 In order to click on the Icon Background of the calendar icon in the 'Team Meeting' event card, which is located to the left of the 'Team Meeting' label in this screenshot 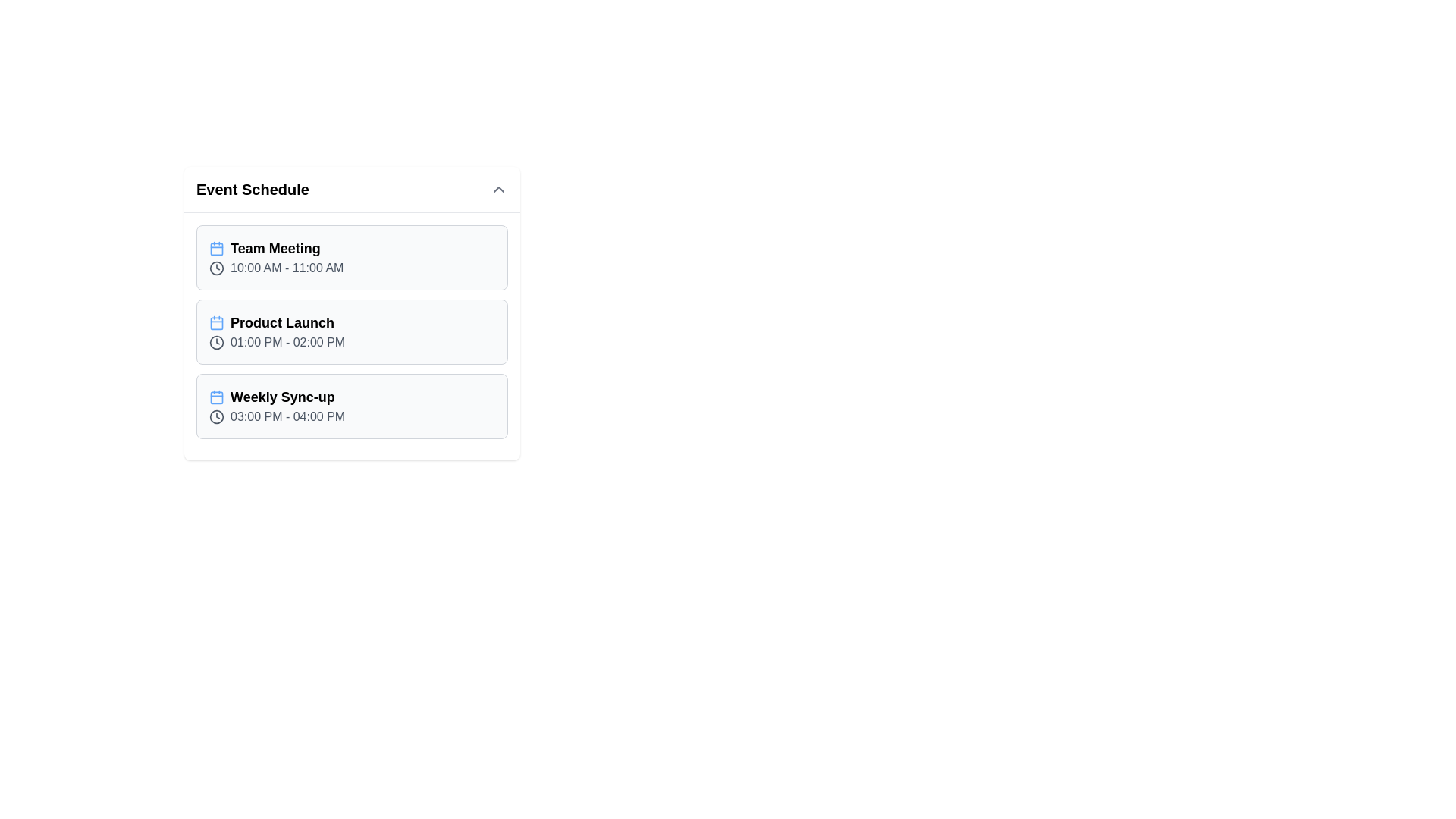, I will do `click(216, 247)`.